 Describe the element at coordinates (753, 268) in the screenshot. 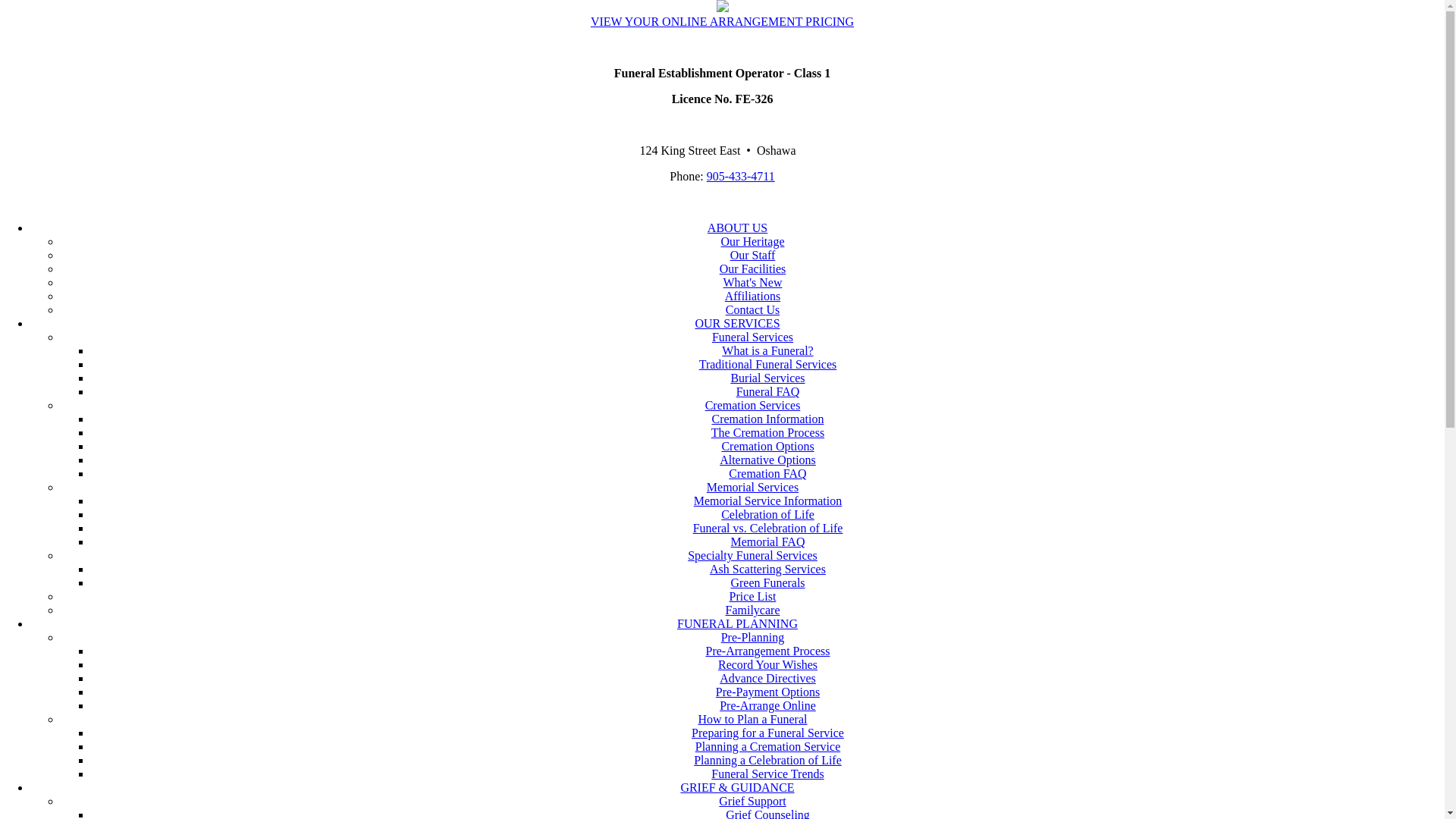

I see `'Our Facilities'` at that location.